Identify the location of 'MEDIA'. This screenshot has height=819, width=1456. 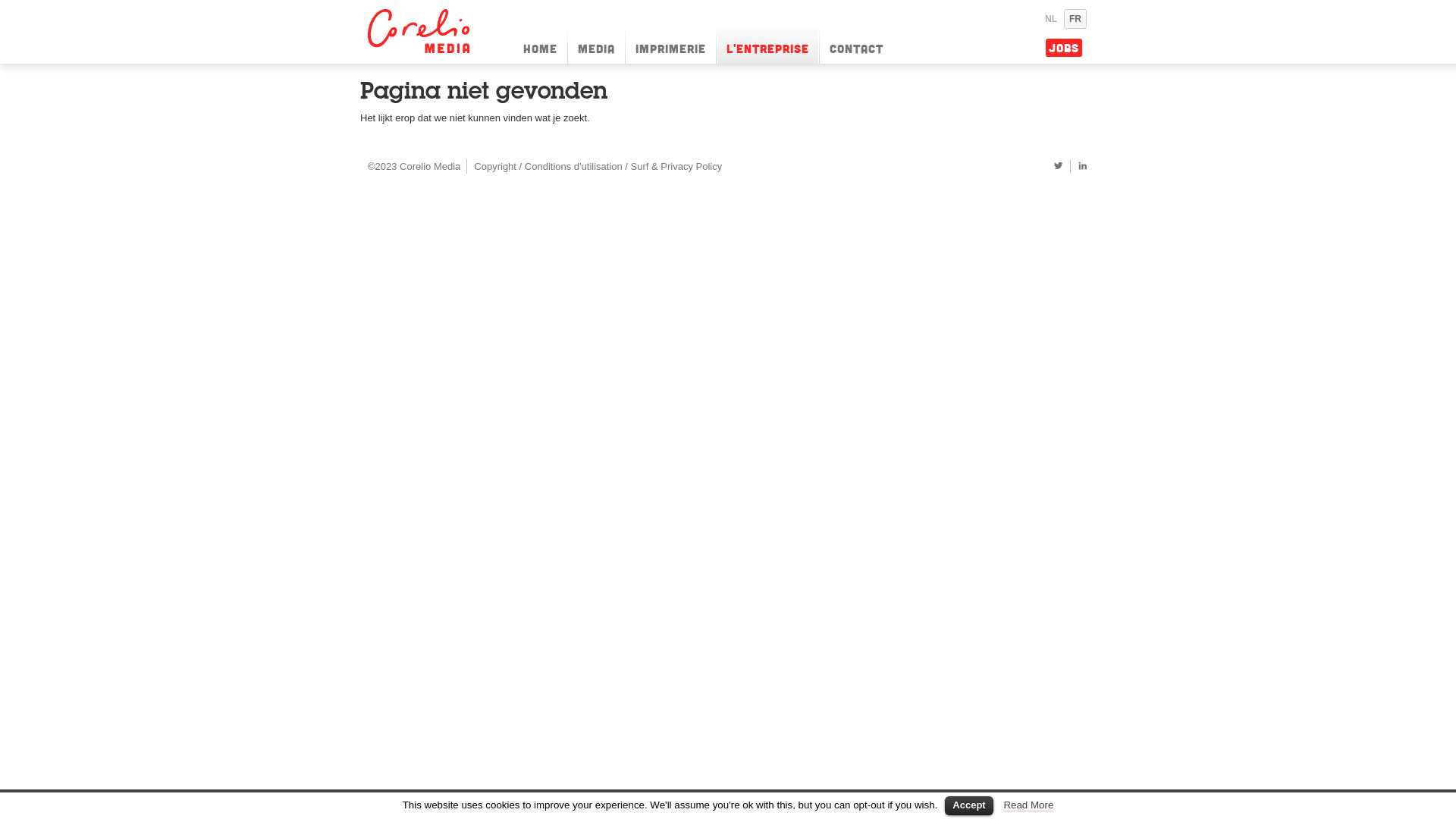
(595, 43).